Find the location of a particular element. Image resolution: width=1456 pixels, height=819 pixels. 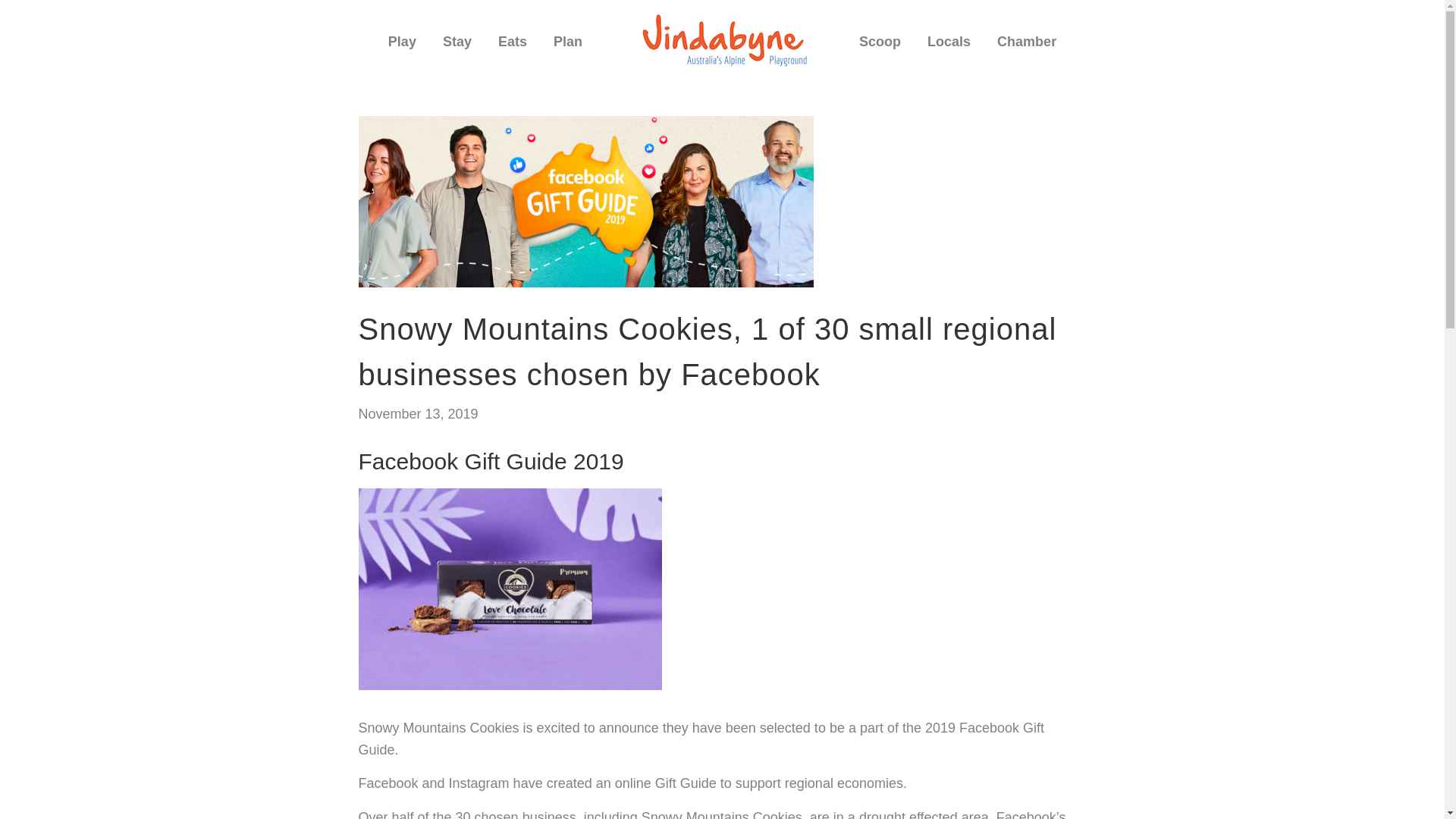

'Play' is located at coordinates (402, 47).